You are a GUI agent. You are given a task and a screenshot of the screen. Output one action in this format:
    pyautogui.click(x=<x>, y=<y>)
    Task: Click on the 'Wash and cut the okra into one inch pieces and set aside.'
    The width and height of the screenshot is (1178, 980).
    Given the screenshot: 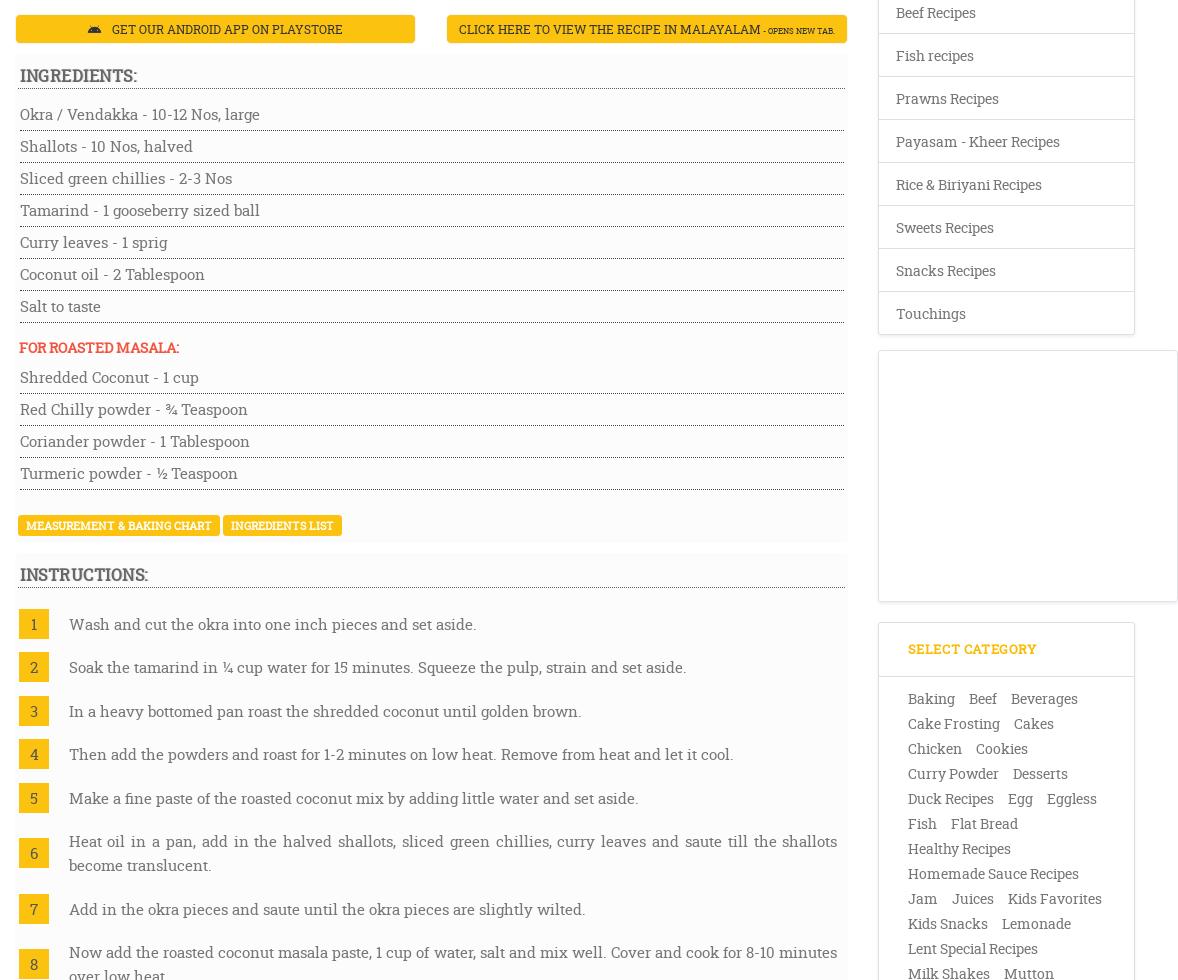 What is the action you would take?
    pyautogui.click(x=271, y=622)
    